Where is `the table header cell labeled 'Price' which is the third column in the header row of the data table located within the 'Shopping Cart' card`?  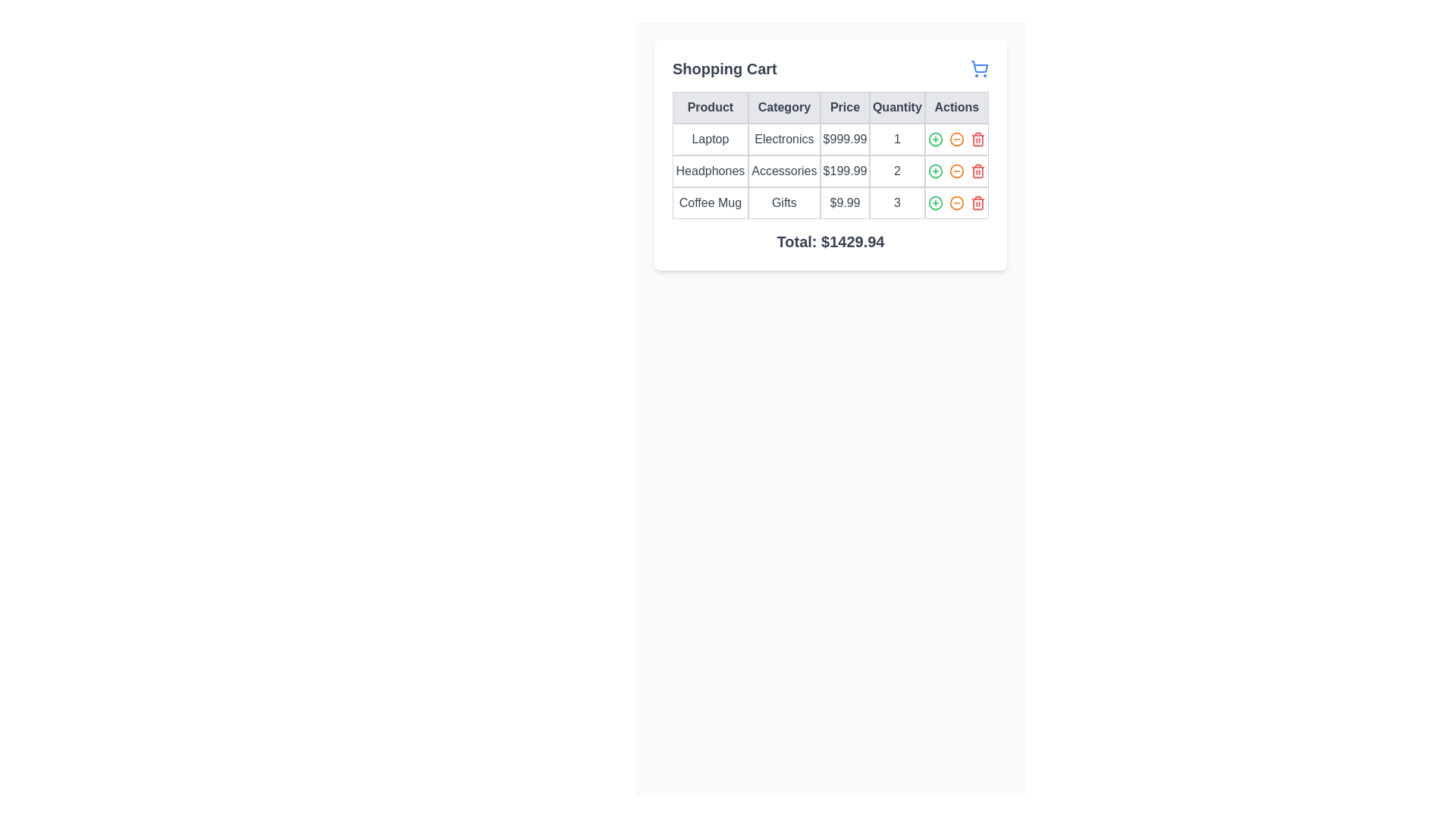
the table header cell labeled 'Price' which is the third column in the header row of the data table located within the 'Shopping Cart' card is located at coordinates (830, 107).